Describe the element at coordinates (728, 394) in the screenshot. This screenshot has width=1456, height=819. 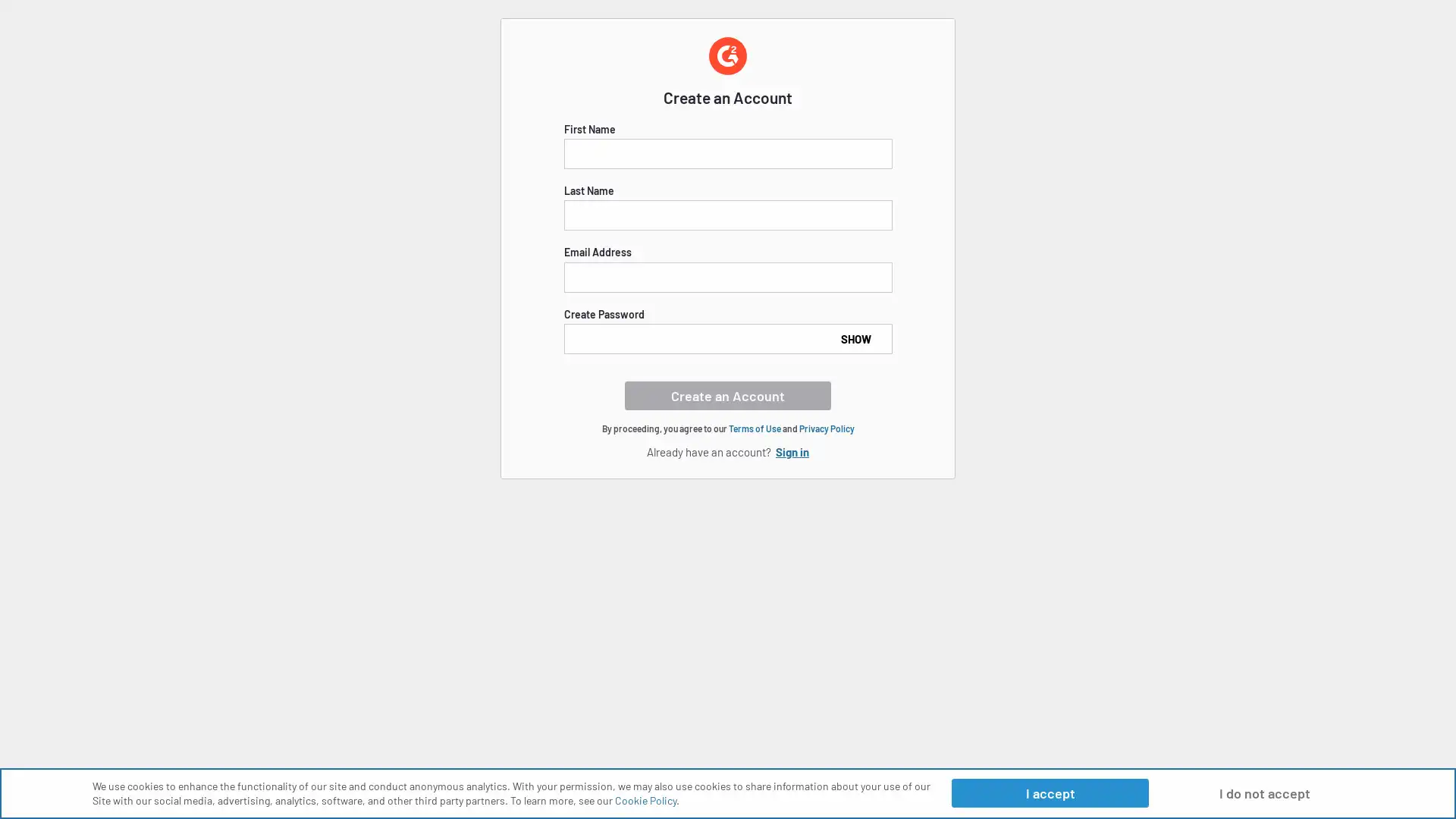
I see `Create an Account` at that location.